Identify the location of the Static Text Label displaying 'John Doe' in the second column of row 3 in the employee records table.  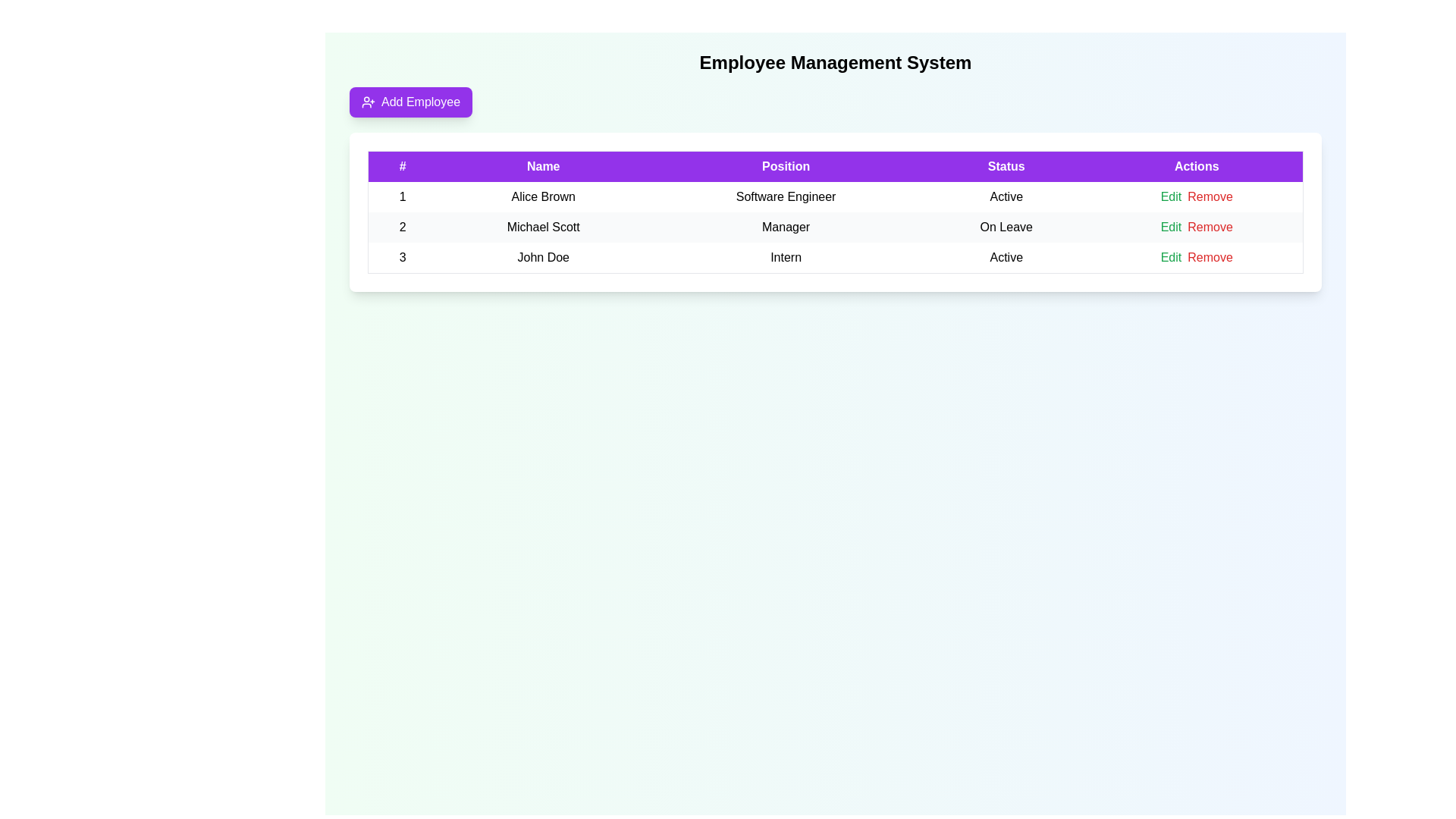
(543, 257).